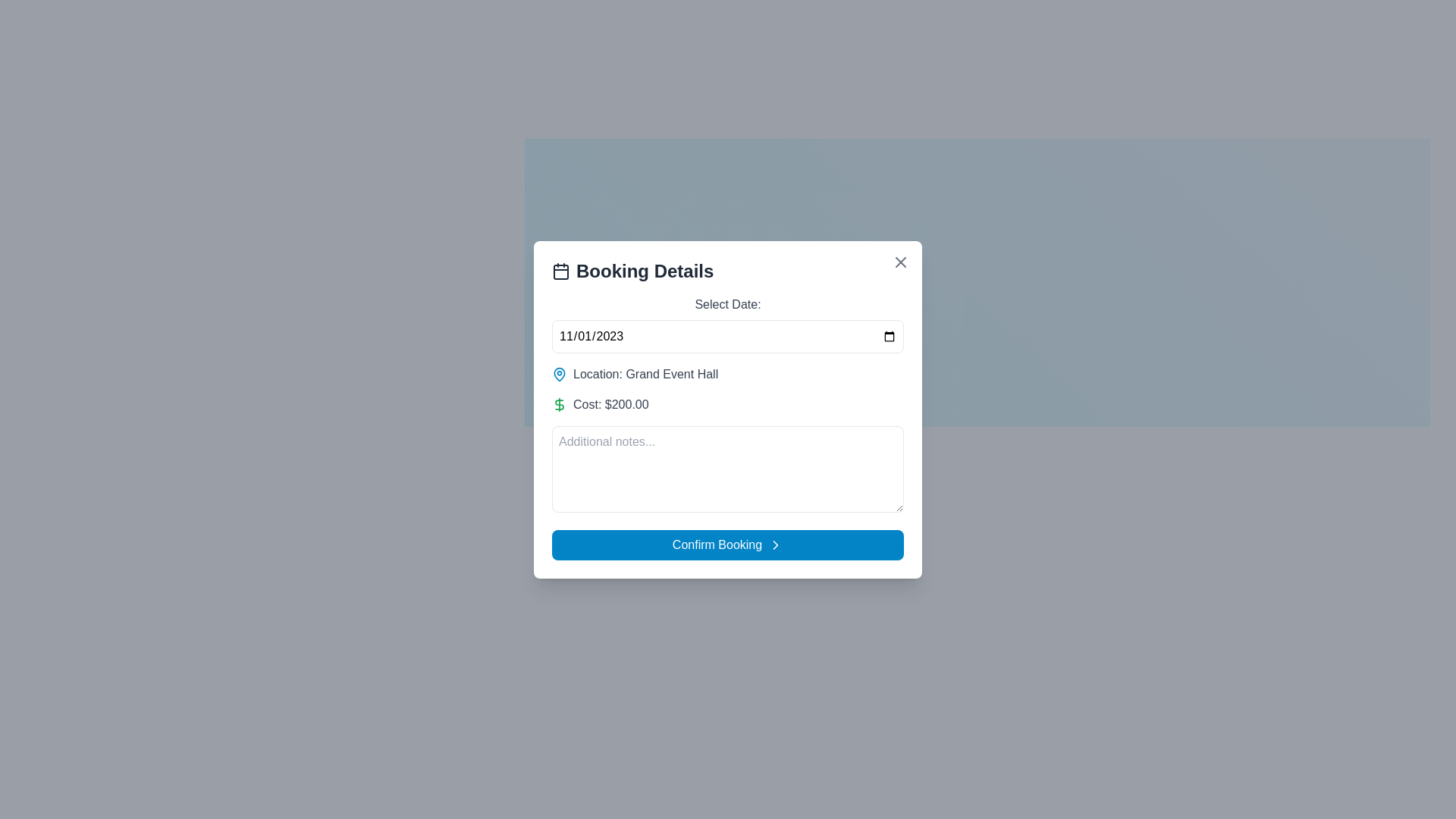  What do you see at coordinates (559, 403) in the screenshot?
I see `the green dollar sign icon located in the 'Cost' row of the booking details section, which precedes the text 'Cost: $200.00'` at bounding box center [559, 403].